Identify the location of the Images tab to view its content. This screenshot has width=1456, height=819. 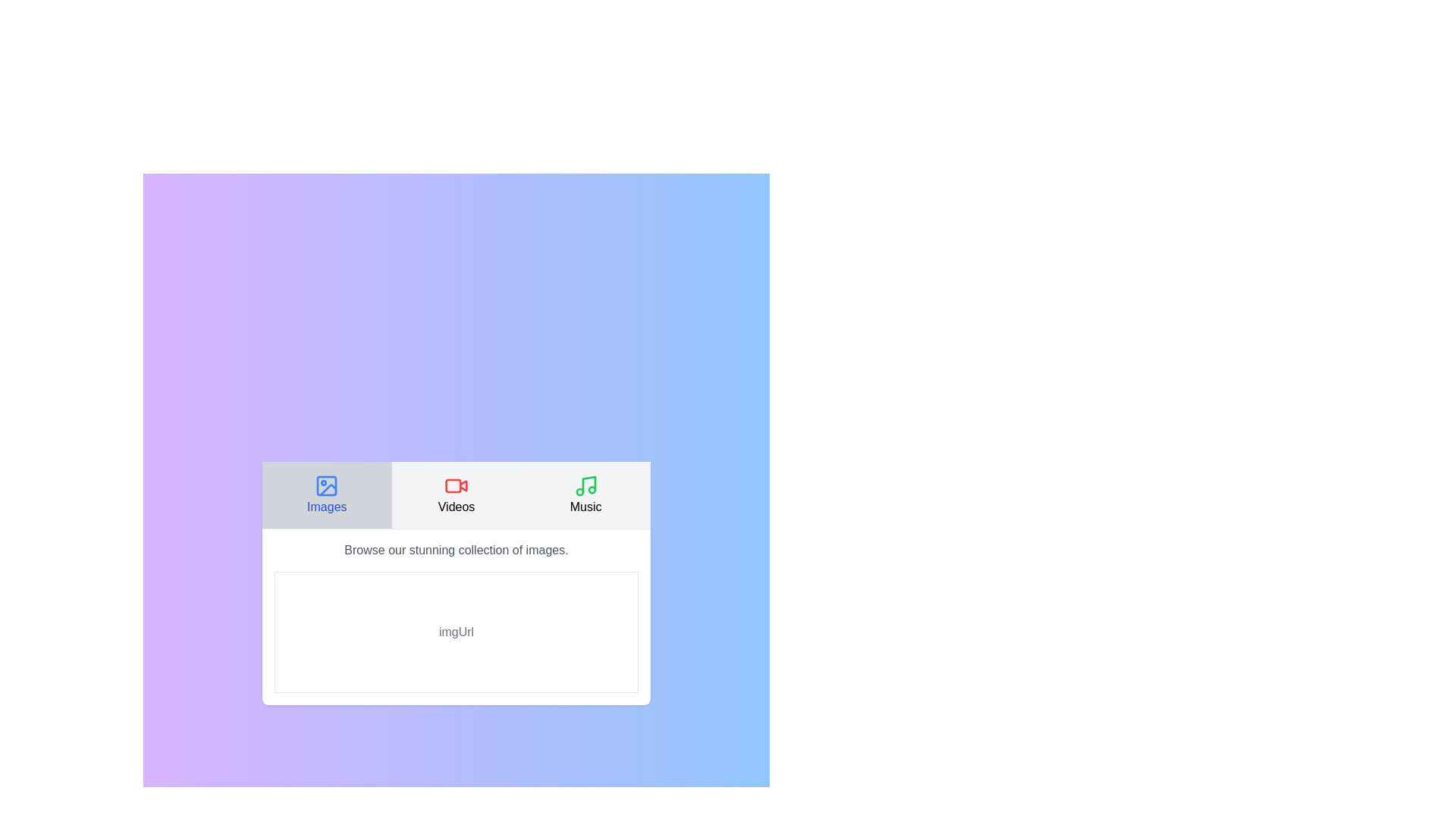
(326, 494).